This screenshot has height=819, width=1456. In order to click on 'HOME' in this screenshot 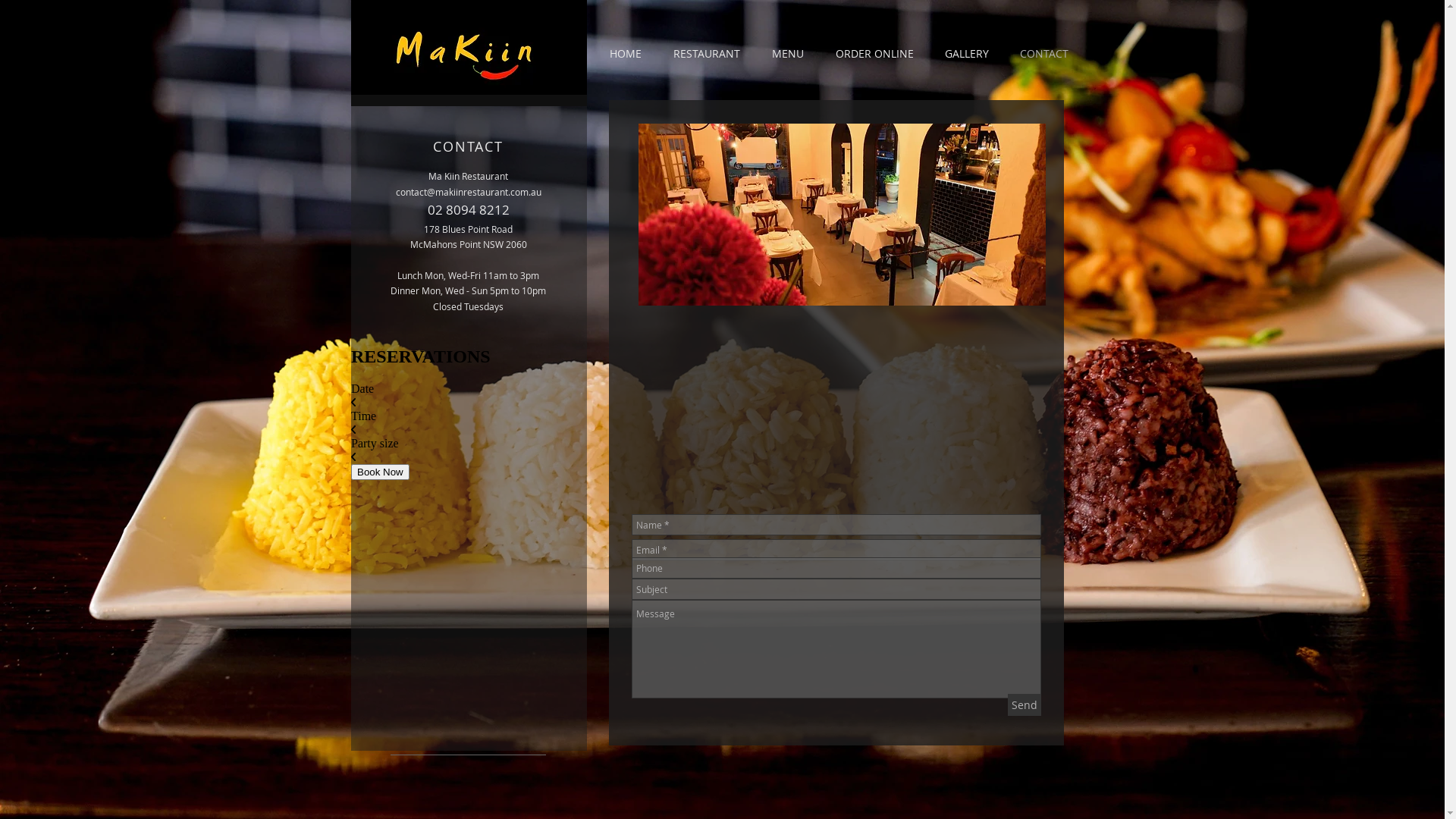, I will do `click(625, 52)`.